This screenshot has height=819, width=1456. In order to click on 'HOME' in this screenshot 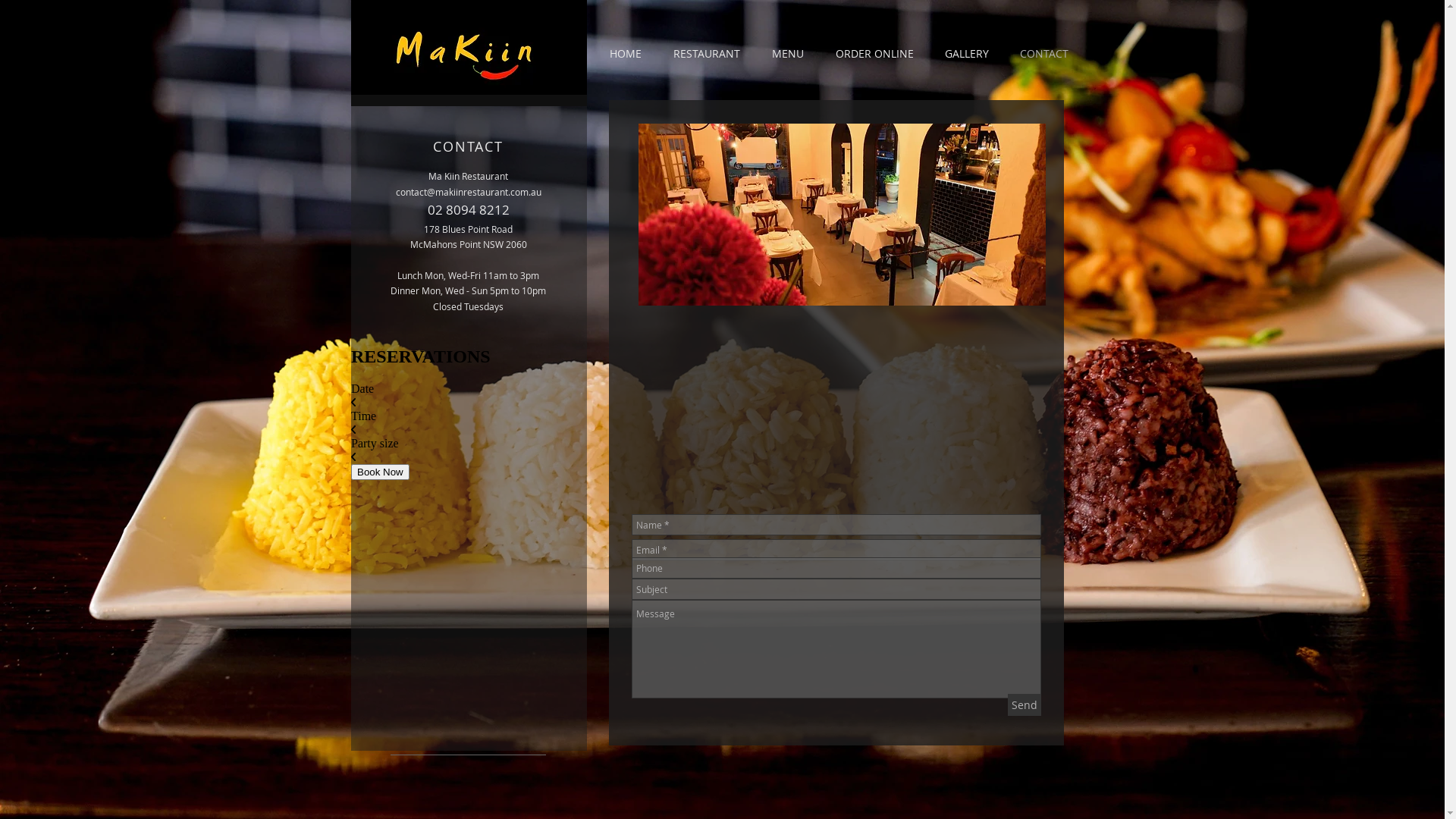, I will do `click(625, 52)`.